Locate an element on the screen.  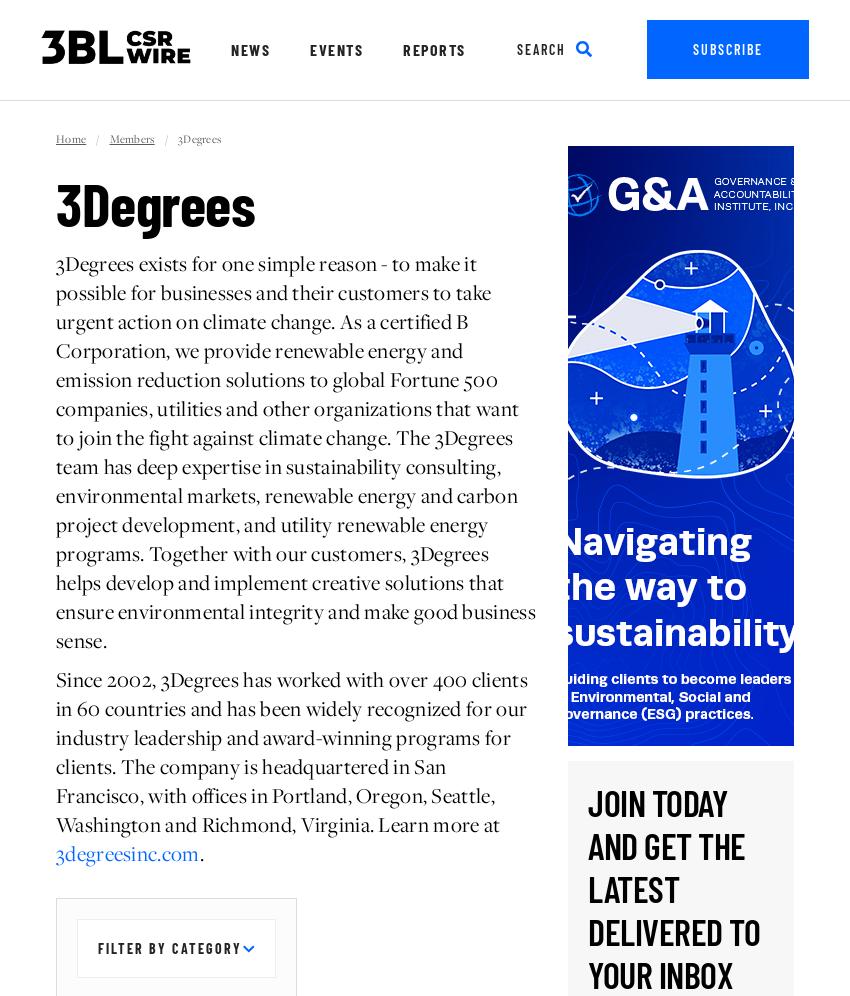
'Members' is located at coordinates (131, 138).